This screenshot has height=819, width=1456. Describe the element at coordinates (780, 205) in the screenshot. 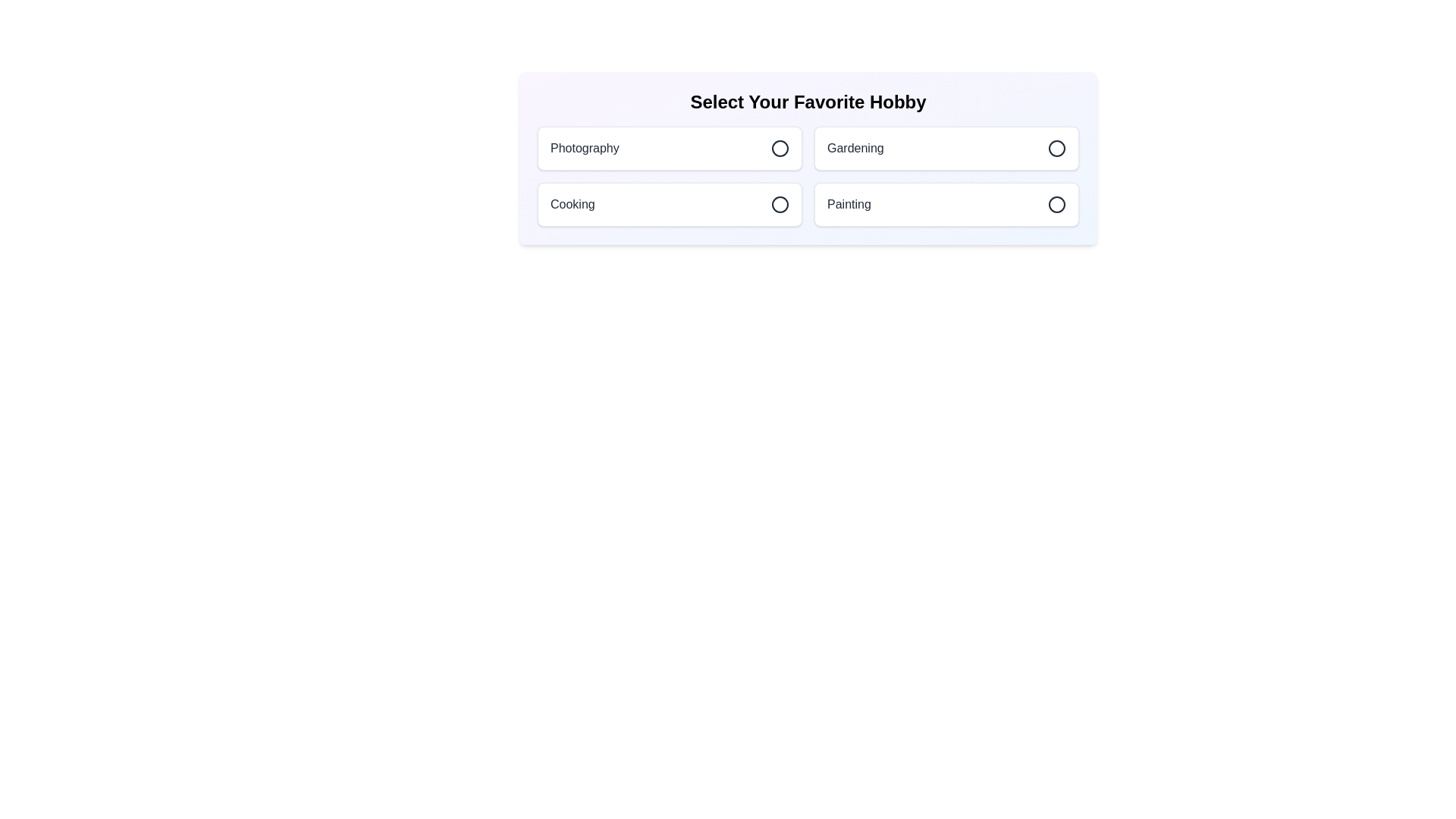

I see `the circular selector within the radio button labeled 'Cooking' to deselect it` at that location.